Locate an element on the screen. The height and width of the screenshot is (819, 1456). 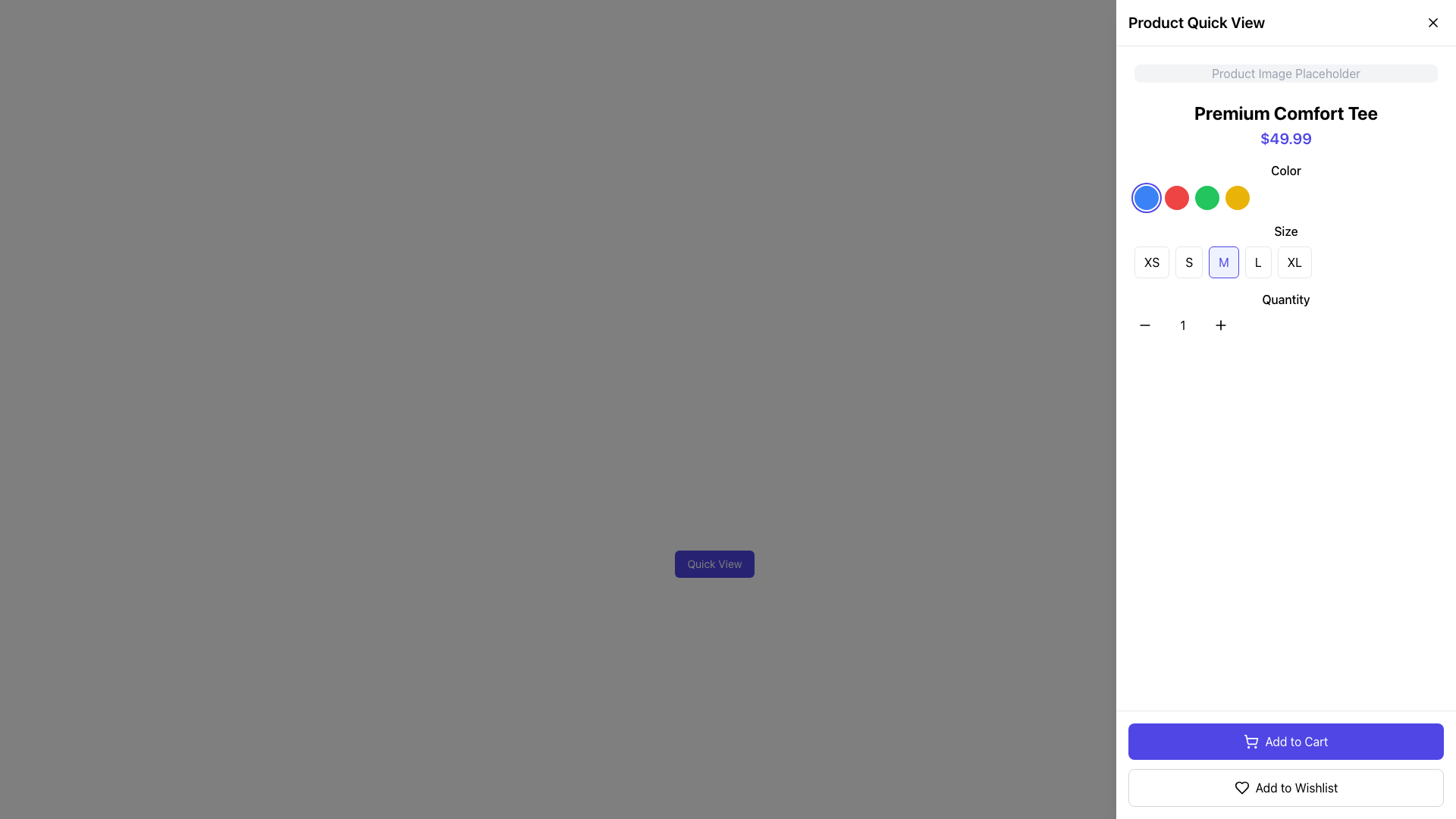
the 'XL' button in the 'Size' section of the product options modal is located at coordinates (1285, 249).